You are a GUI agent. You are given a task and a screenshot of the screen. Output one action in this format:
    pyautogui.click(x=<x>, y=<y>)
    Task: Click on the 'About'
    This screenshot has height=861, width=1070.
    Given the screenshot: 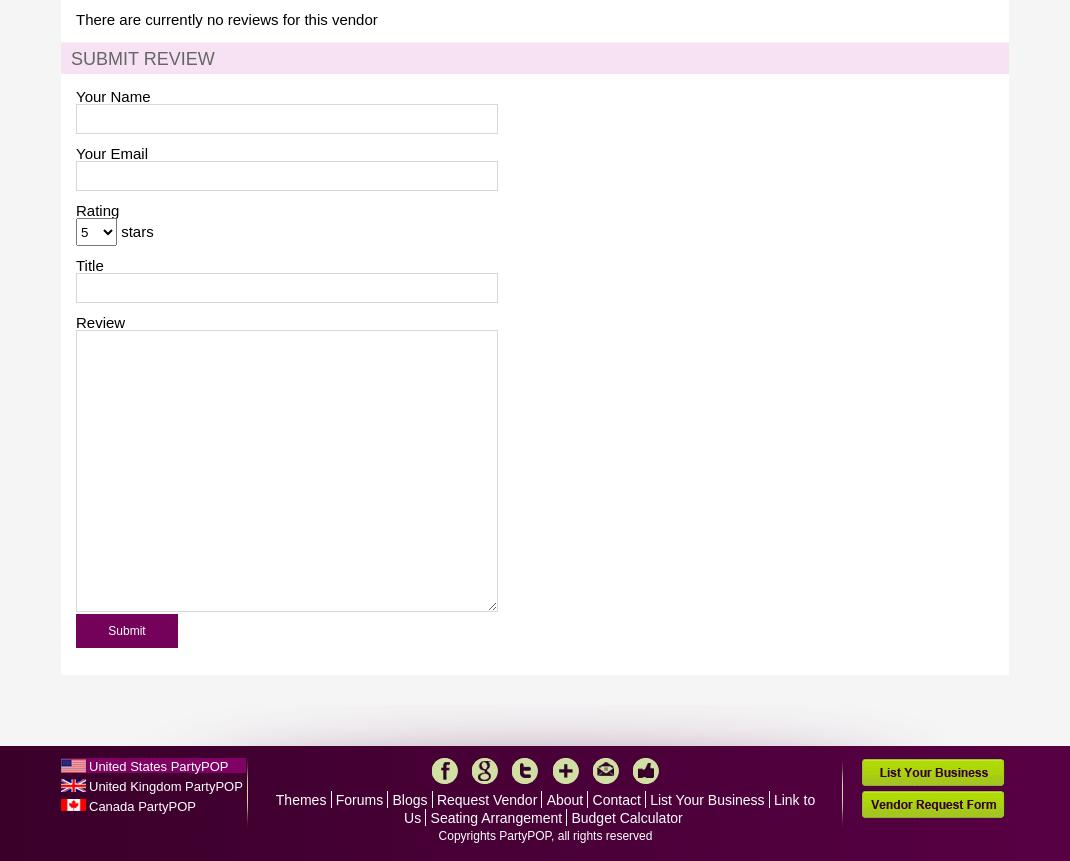 What is the action you would take?
    pyautogui.click(x=563, y=800)
    